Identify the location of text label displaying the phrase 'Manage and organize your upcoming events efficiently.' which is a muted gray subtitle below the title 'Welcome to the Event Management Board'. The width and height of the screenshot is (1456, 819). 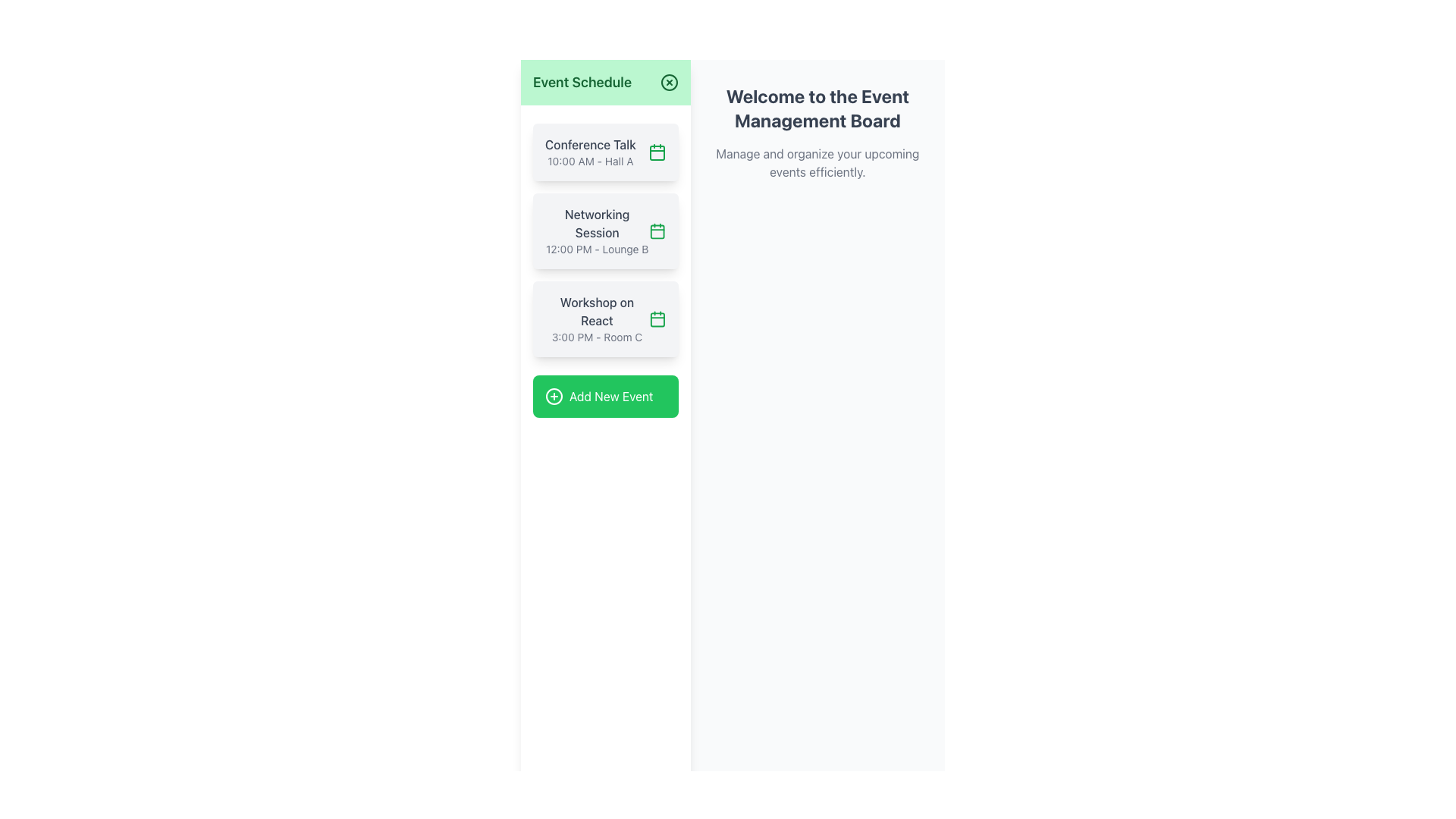
(817, 163).